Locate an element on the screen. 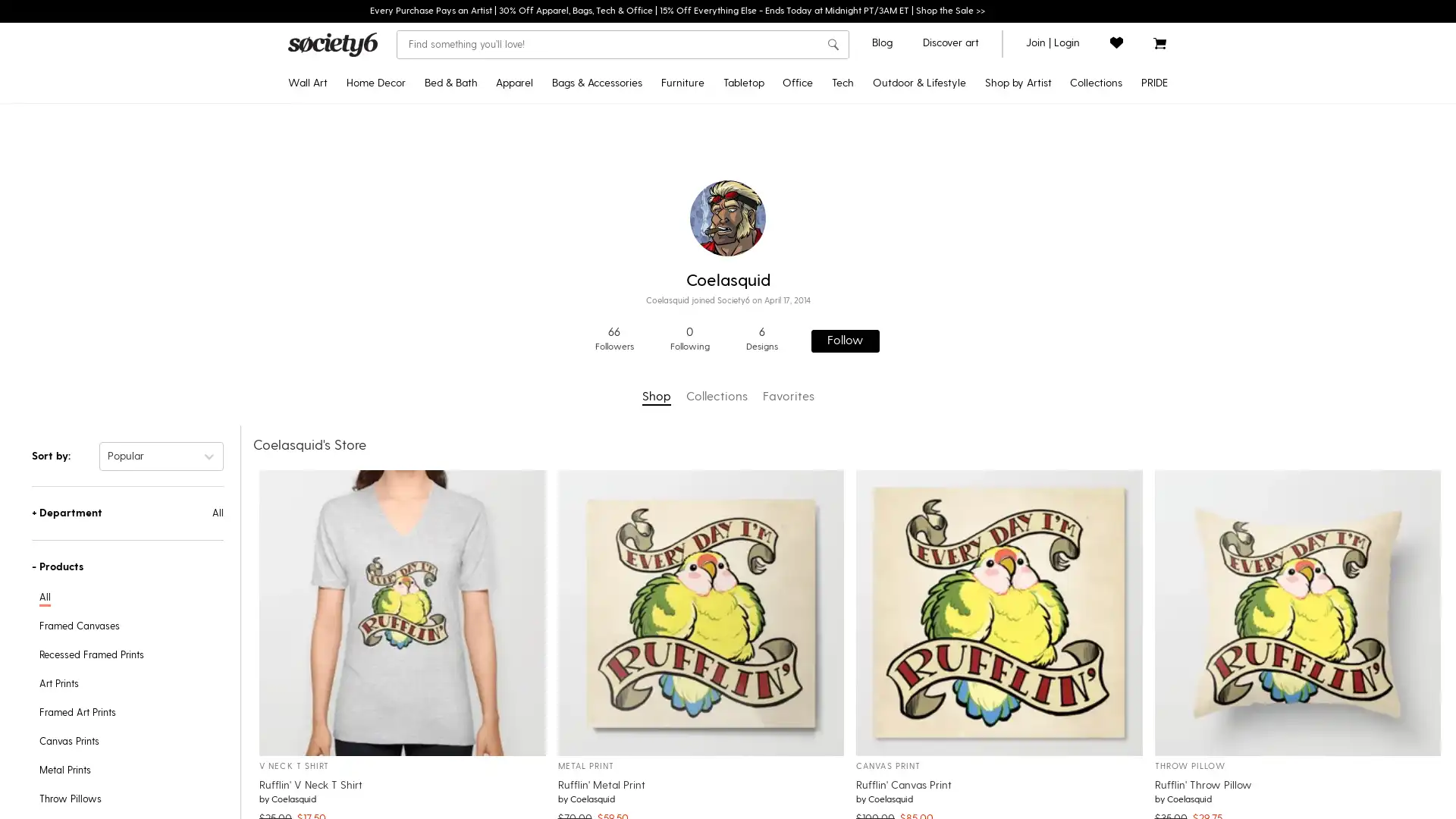  Curator's Picks is located at coordinates (1040, 244).